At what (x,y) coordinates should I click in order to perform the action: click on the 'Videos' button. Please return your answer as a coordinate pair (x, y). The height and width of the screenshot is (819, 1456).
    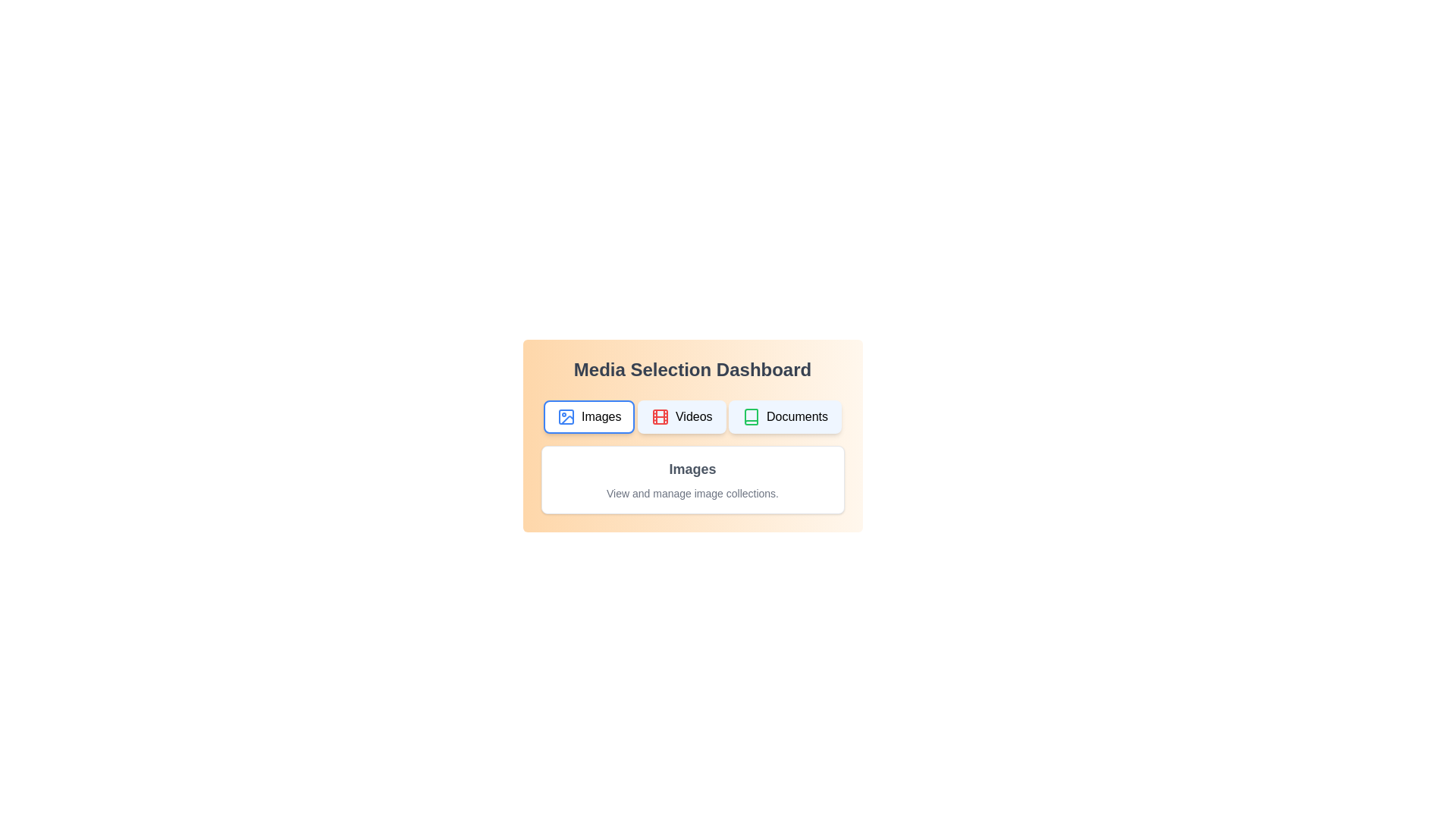
    Looking at the image, I should click on (681, 417).